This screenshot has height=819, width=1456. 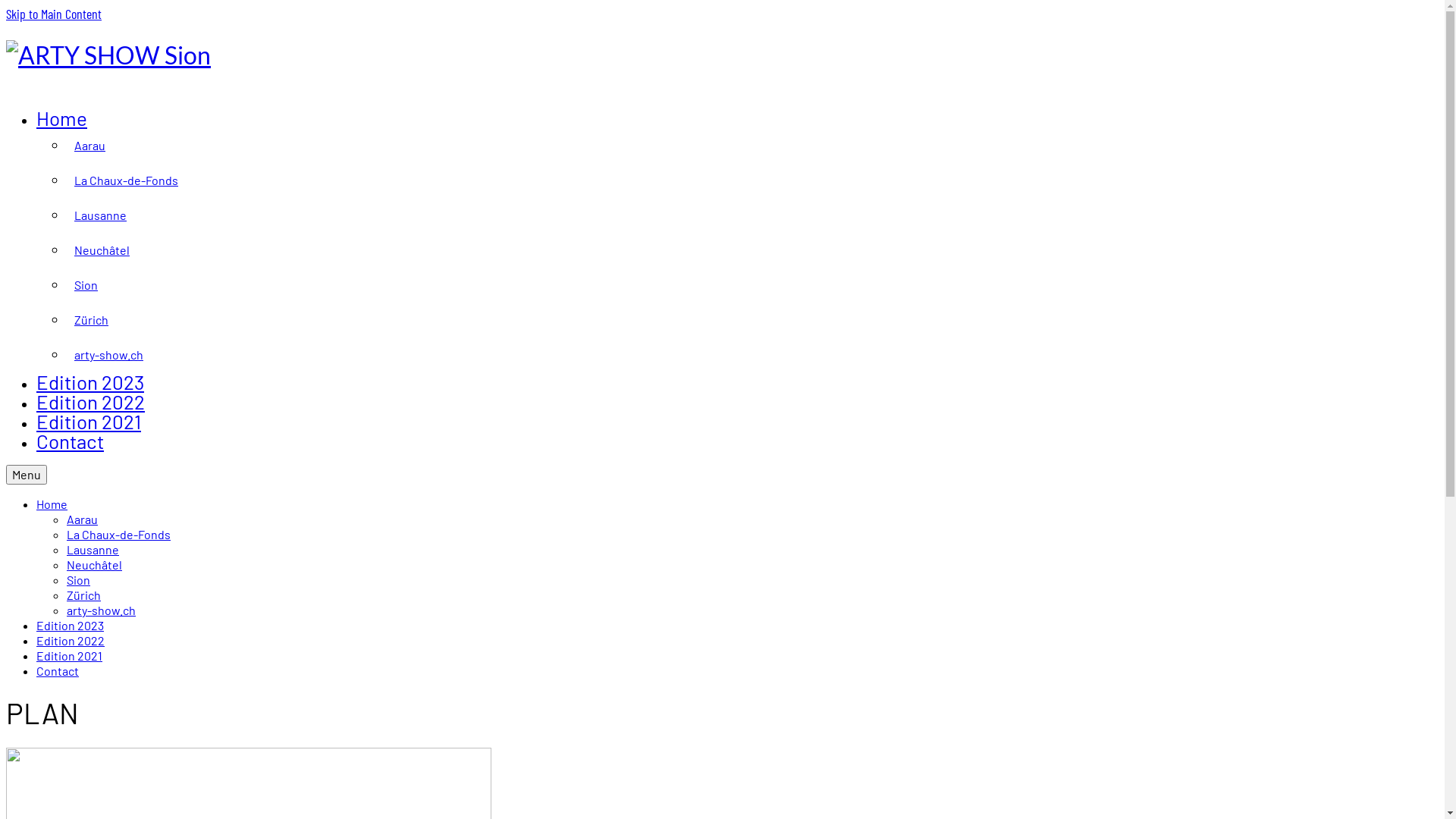 I want to click on 'Home', so click(x=61, y=117).